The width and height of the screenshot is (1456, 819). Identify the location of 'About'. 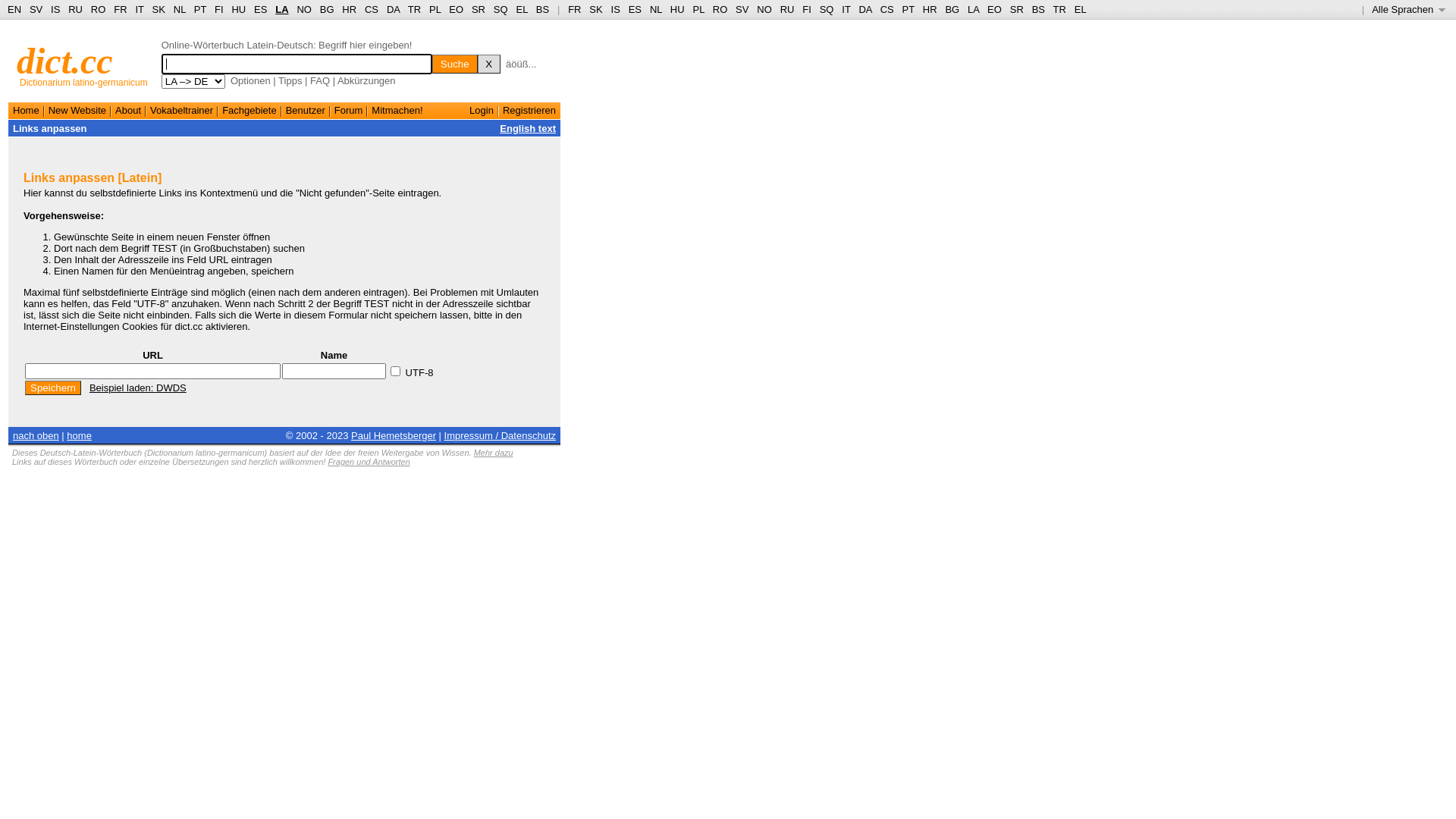
(127, 109).